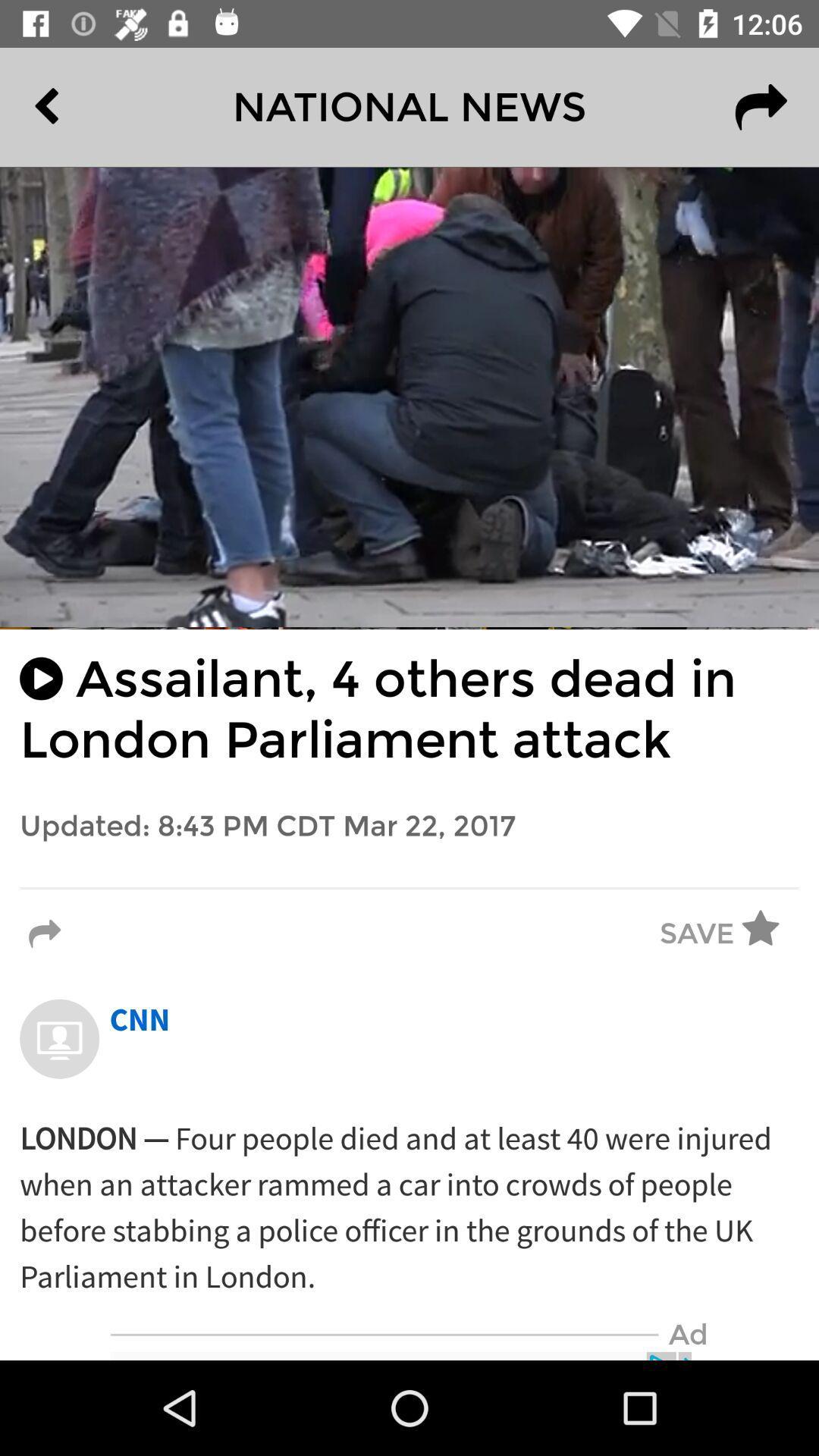  What do you see at coordinates (761, 106) in the screenshot?
I see `the redo icon` at bounding box center [761, 106].